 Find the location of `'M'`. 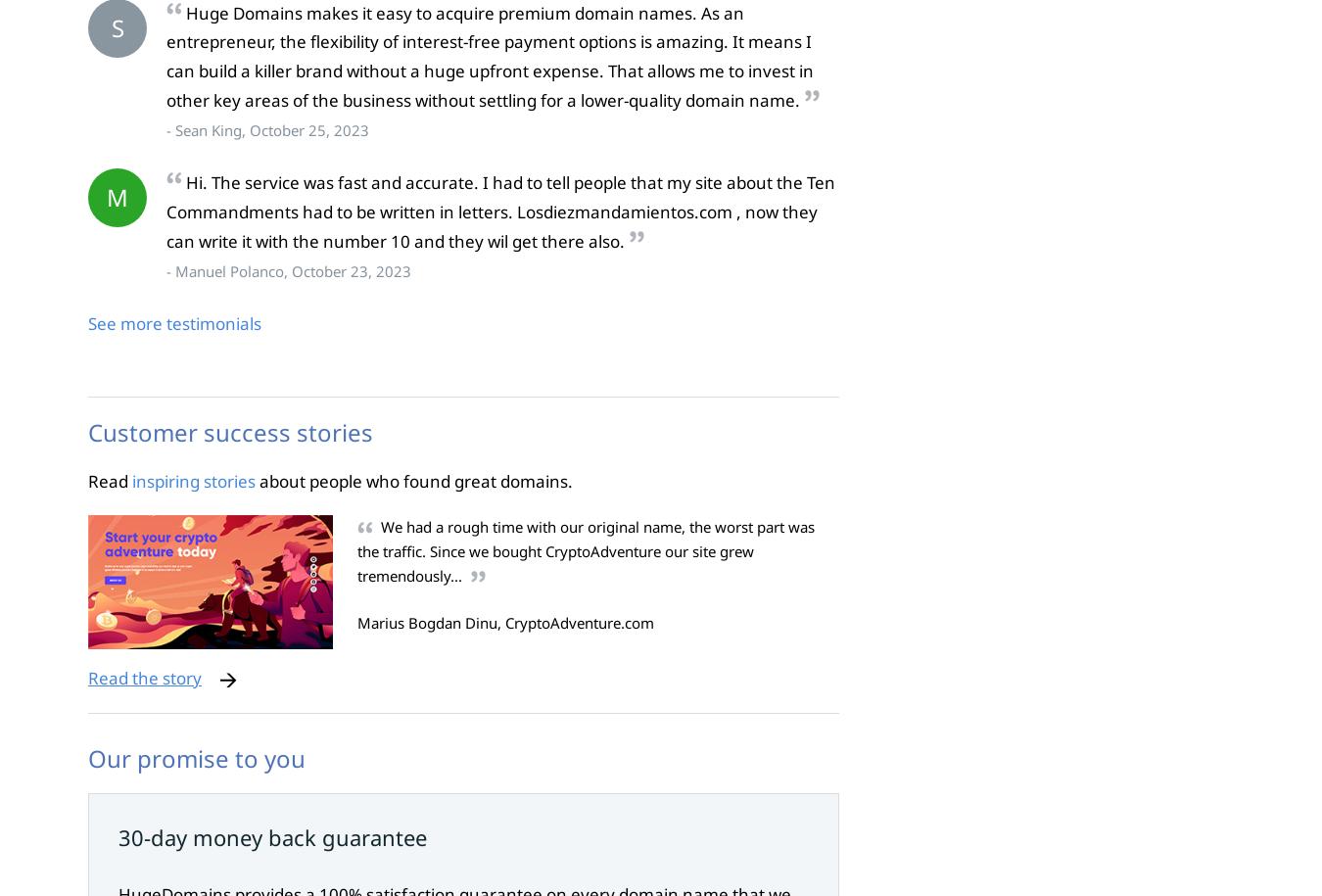

'M' is located at coordinates (118, 196).